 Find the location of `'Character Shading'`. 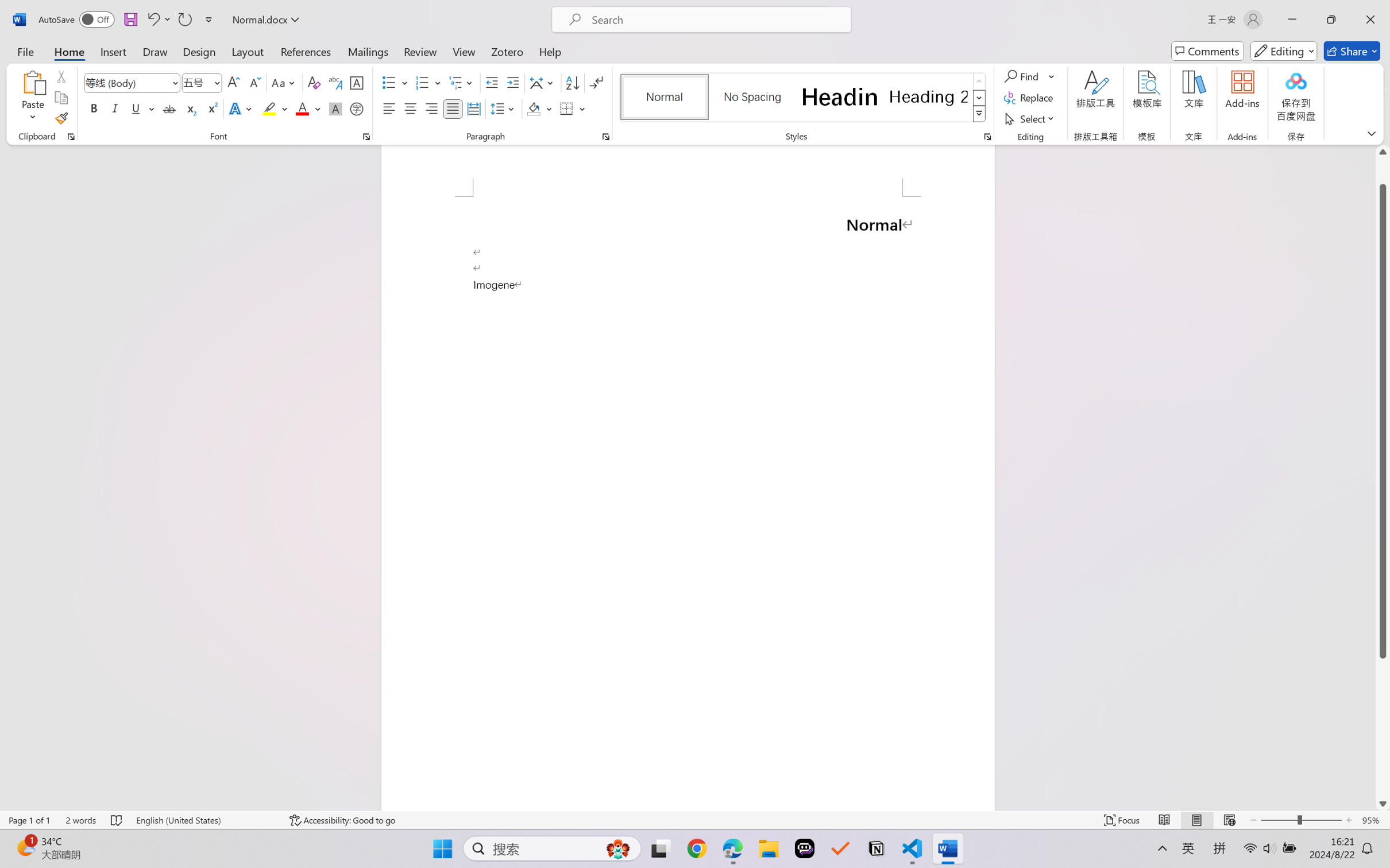

'Character Shading' is located at coordinates (334, 108).